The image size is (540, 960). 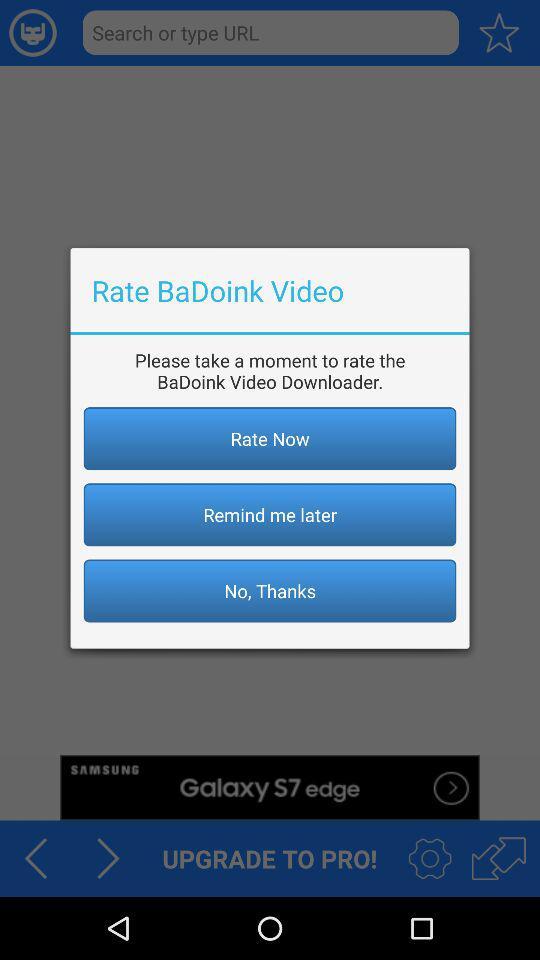 I want to click on the item above the remind me later item, so click(x=270, y=438).